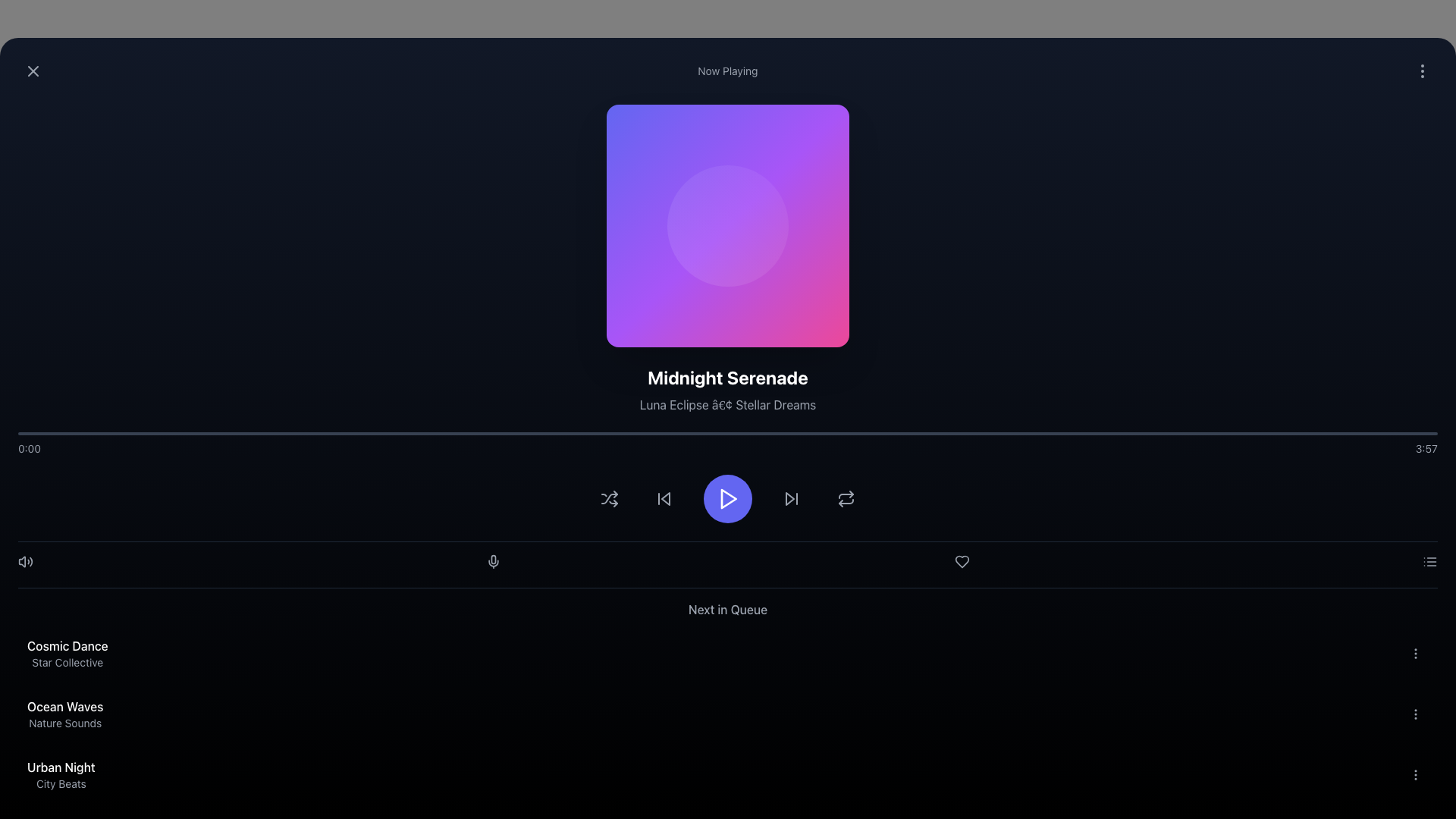  Describe the element at coordinates (728, 403) in the screenshot. I see `the text label saying 'Luna Eclipse • Stellar Dreams', which is styled in gray and located directly beneath the 'Midnight Serenade' title` at that location.